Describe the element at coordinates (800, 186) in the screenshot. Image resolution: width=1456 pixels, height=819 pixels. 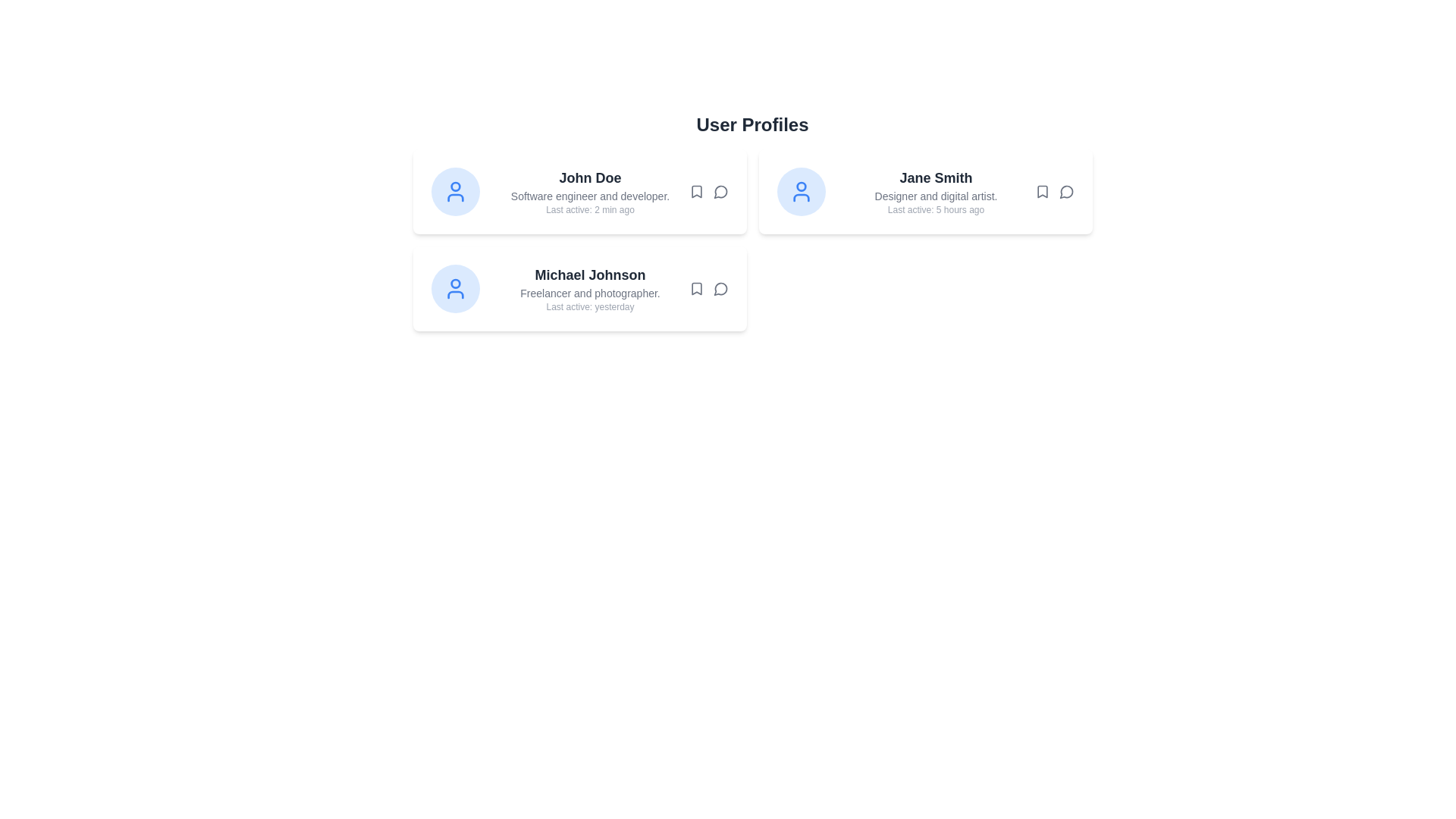
I see `the decorative SVG circle representing the user profile icon for 'Jane Smith' located in the top-right quadrant of the card UI component` at that location.